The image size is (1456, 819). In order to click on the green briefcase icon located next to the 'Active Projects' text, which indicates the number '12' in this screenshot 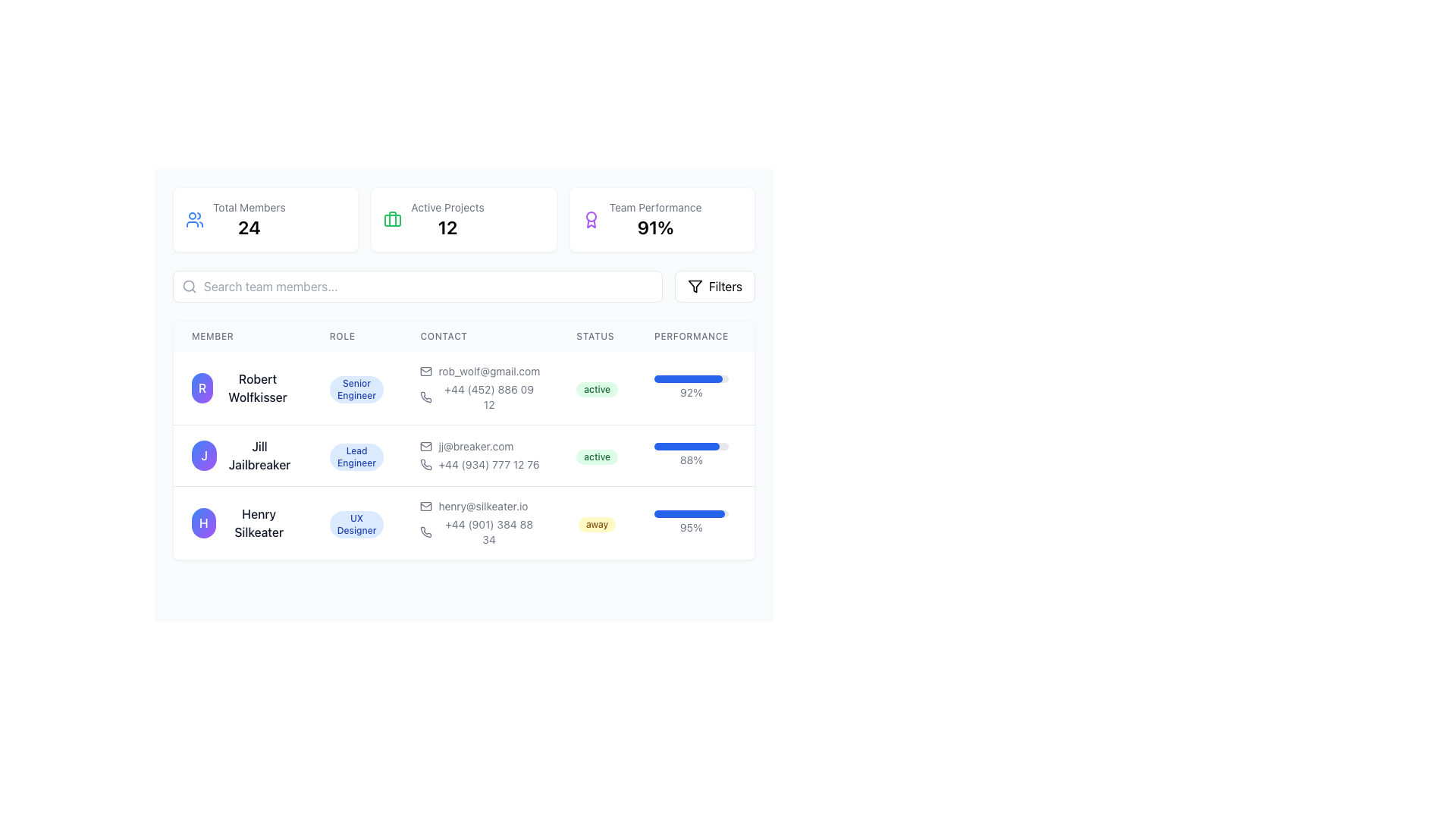, I will do `click(393, 219)`.